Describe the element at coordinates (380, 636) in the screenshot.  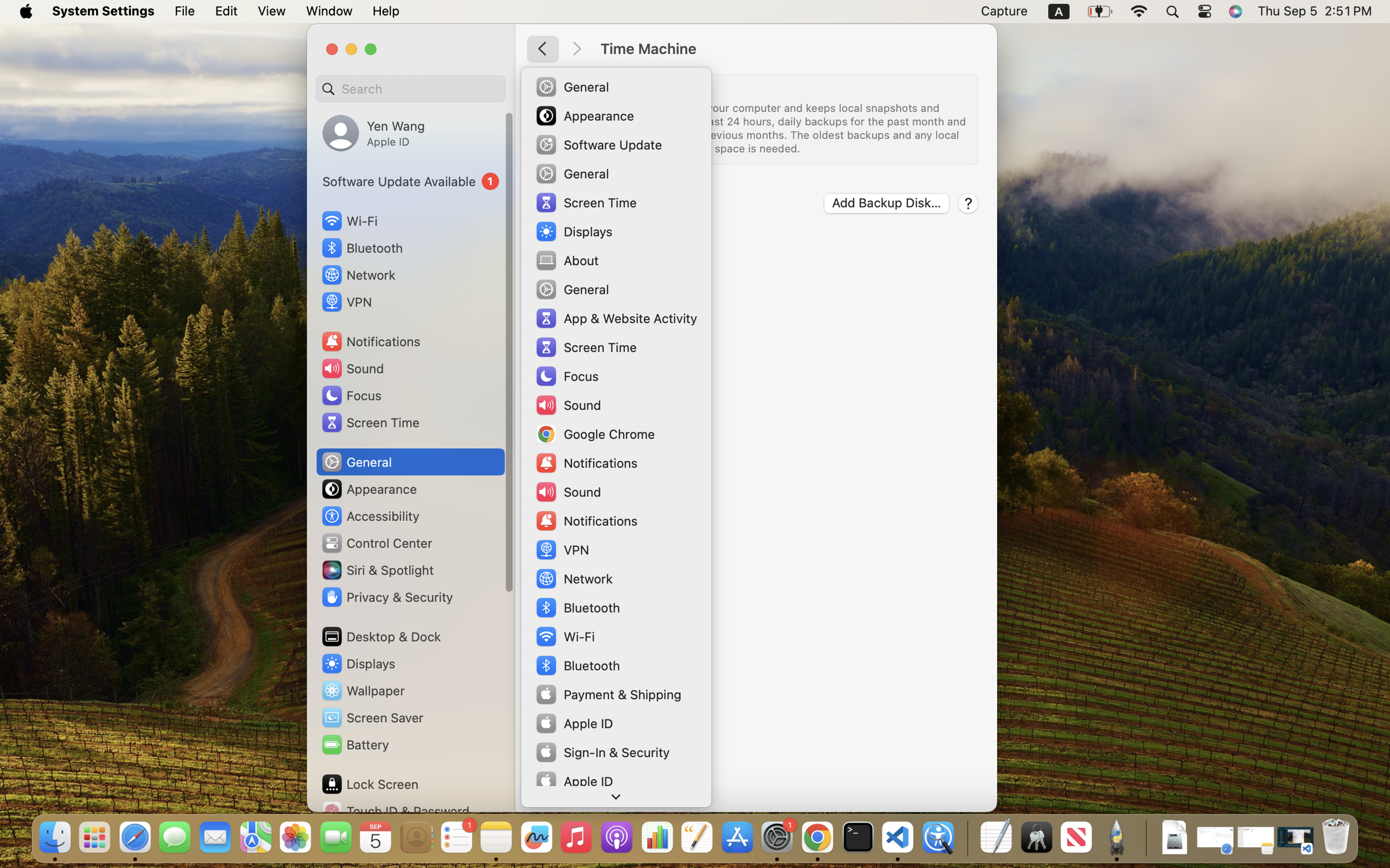
I see `'Desktop & Dock'` at that location.